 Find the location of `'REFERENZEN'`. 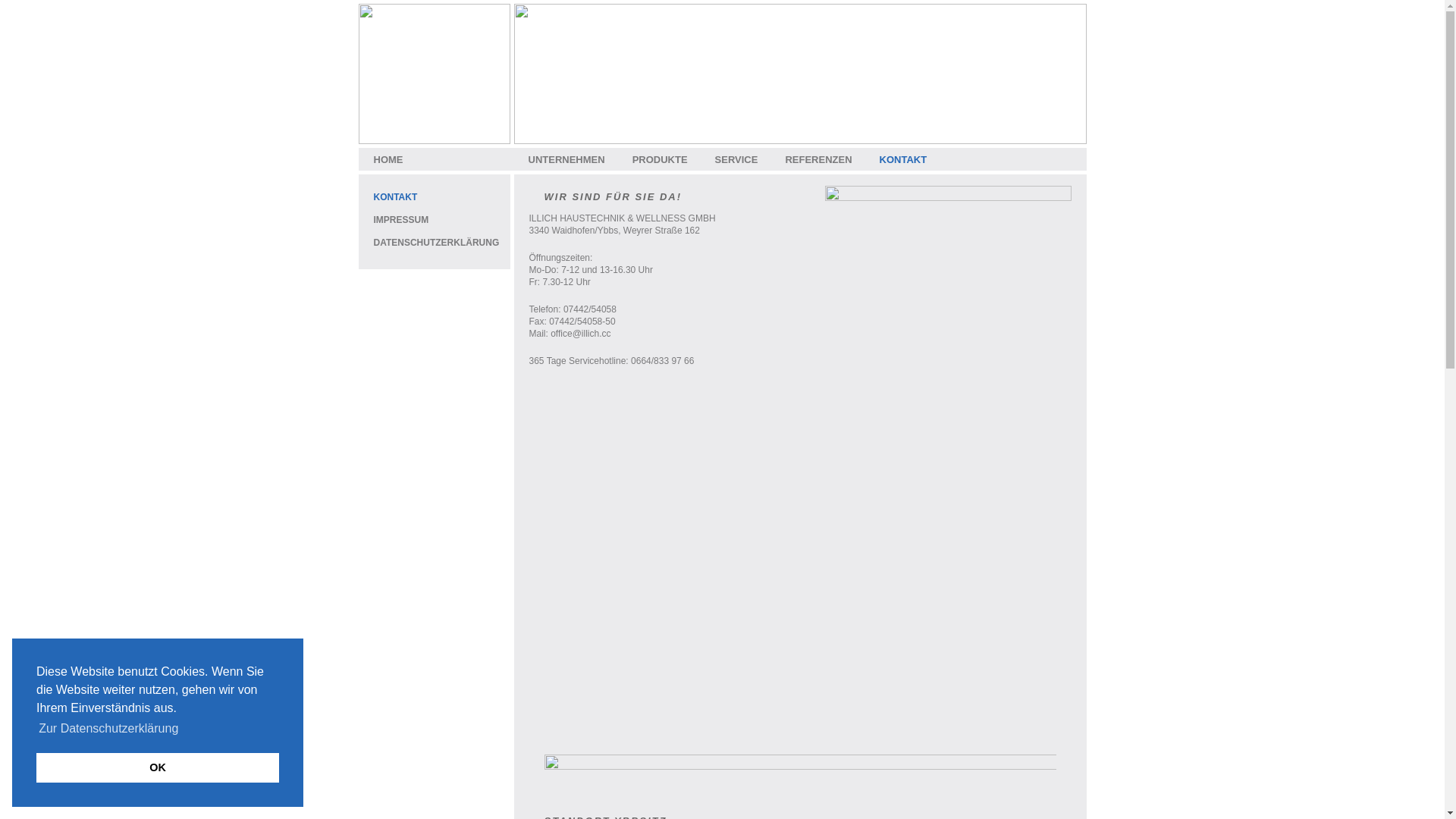

'REFERENZEN' is located at coordinates (817, 159).